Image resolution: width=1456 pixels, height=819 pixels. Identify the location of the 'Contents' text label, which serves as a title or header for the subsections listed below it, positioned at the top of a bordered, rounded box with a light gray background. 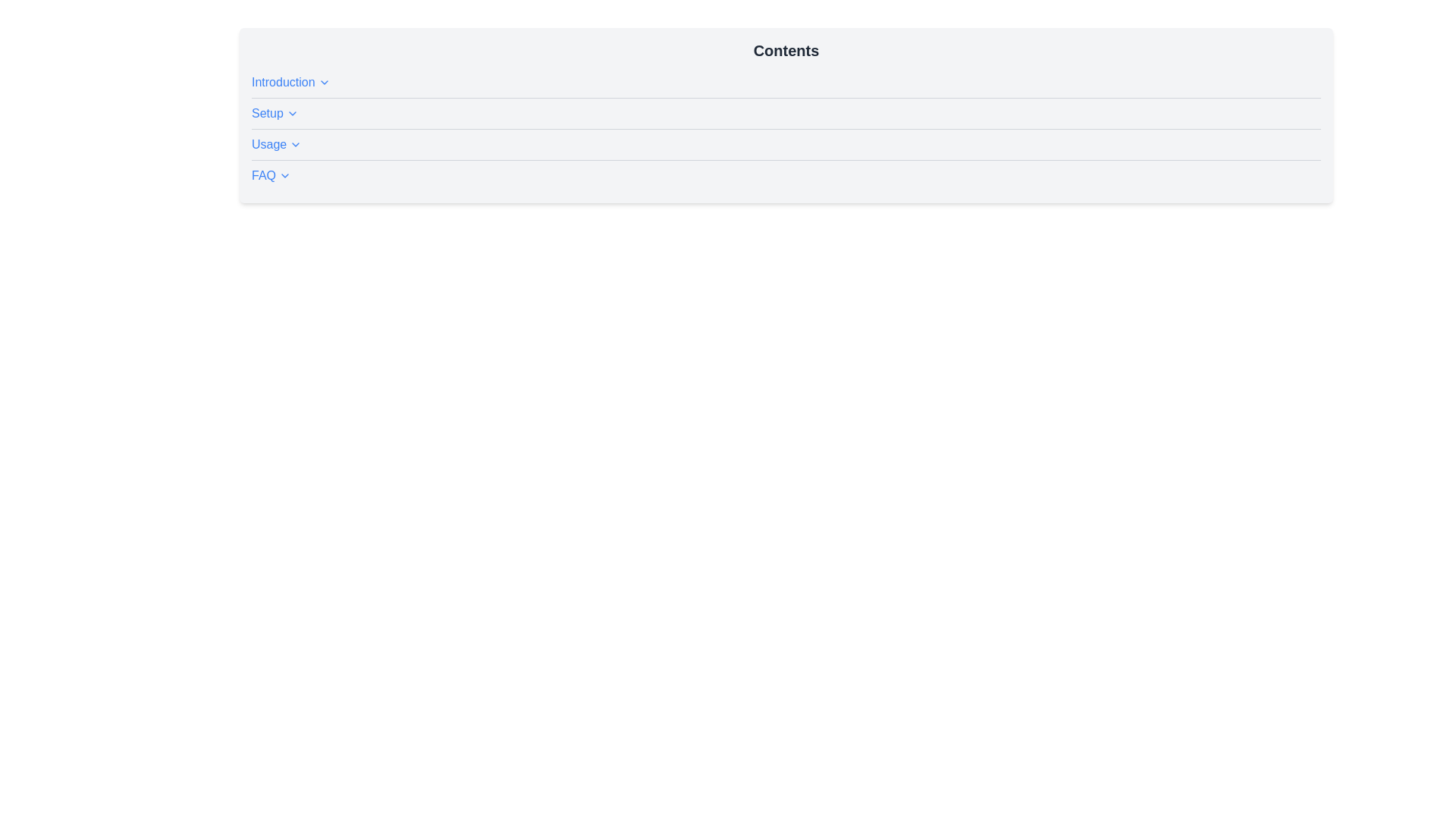
(786, 49).